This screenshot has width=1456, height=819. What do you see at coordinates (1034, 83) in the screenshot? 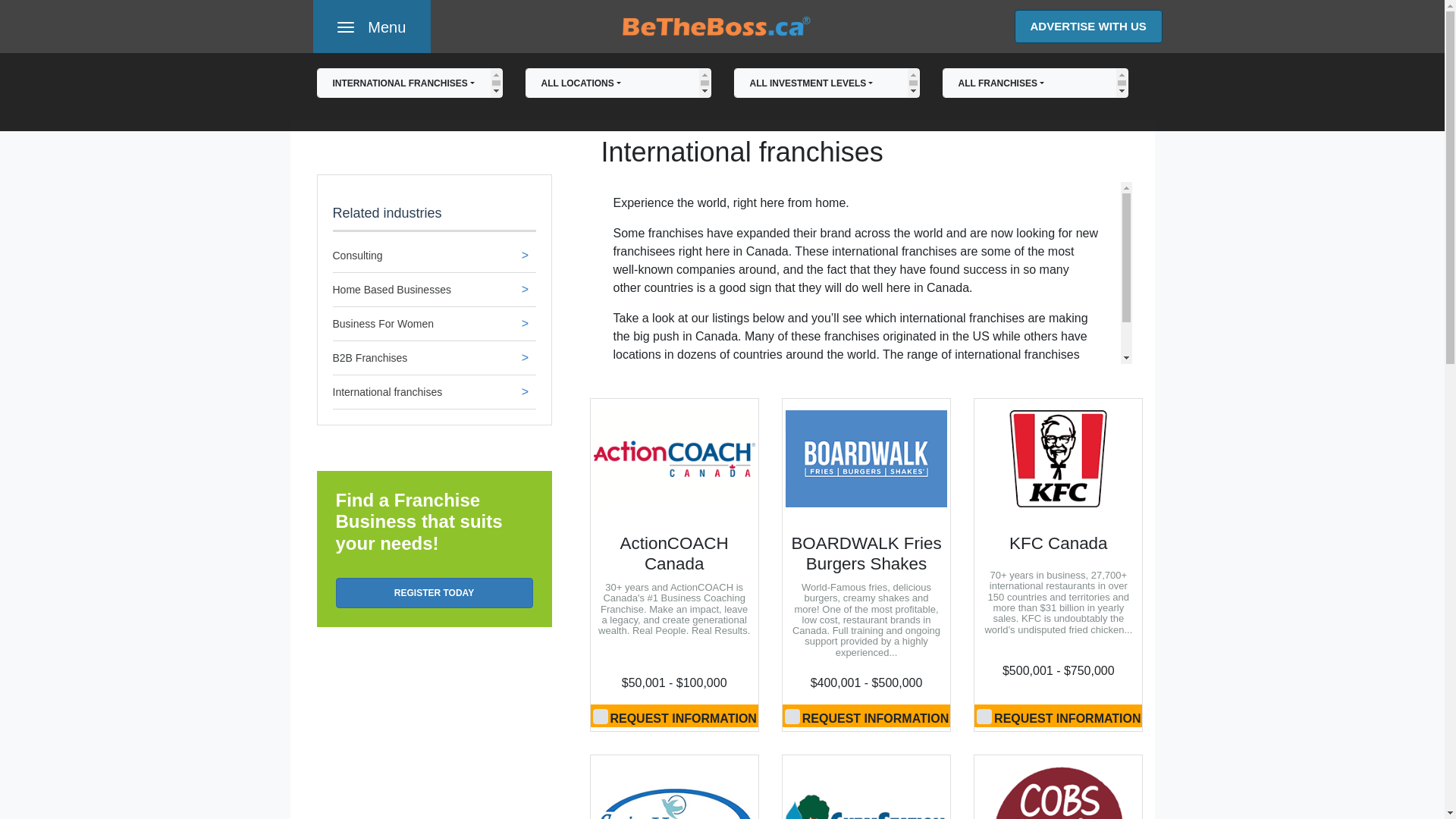
I see `'ALL FRANCHISES'` at bounding box center [1034, 83].